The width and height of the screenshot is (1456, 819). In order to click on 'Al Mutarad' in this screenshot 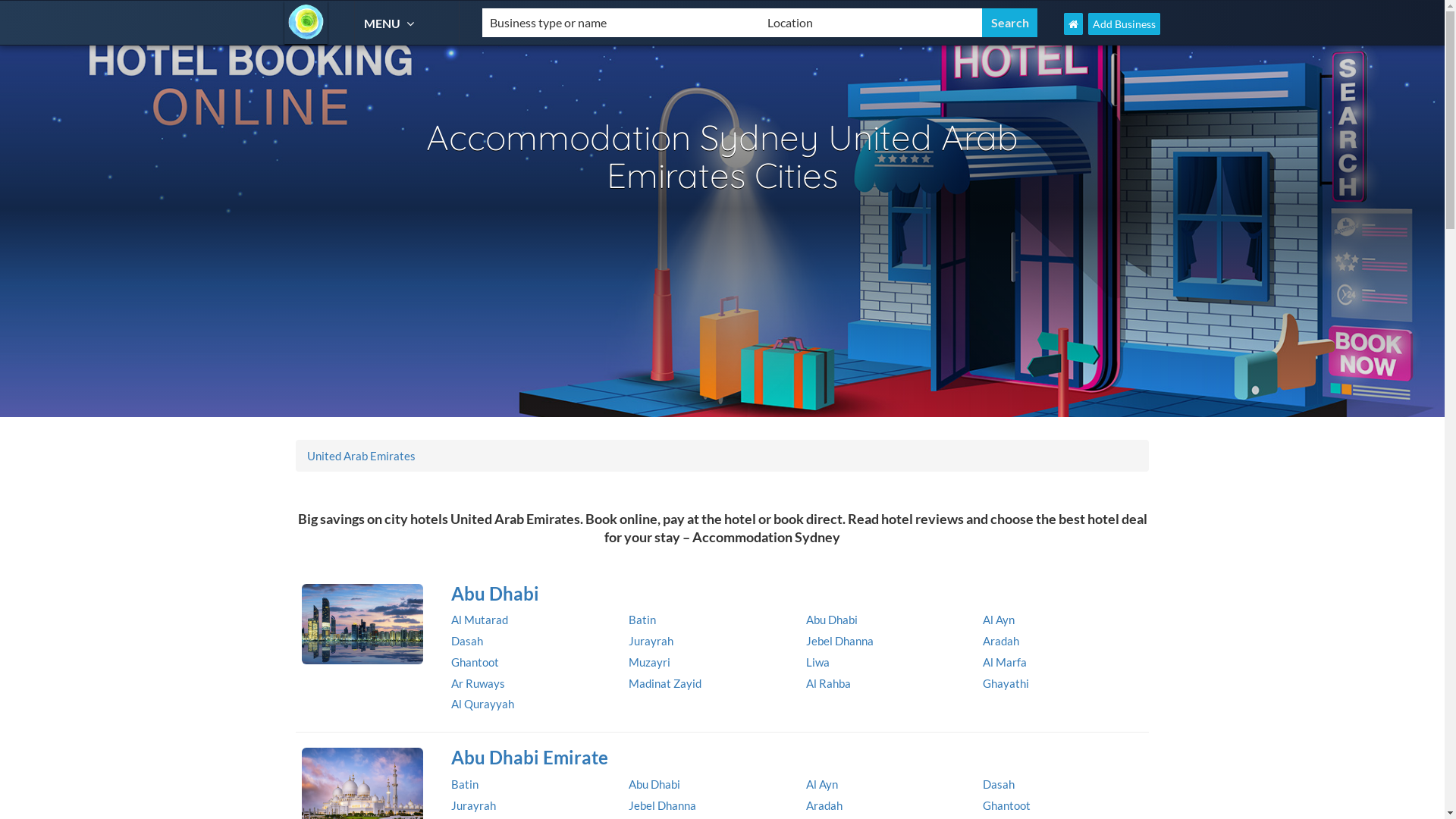, I will do `click(479, 620)`.